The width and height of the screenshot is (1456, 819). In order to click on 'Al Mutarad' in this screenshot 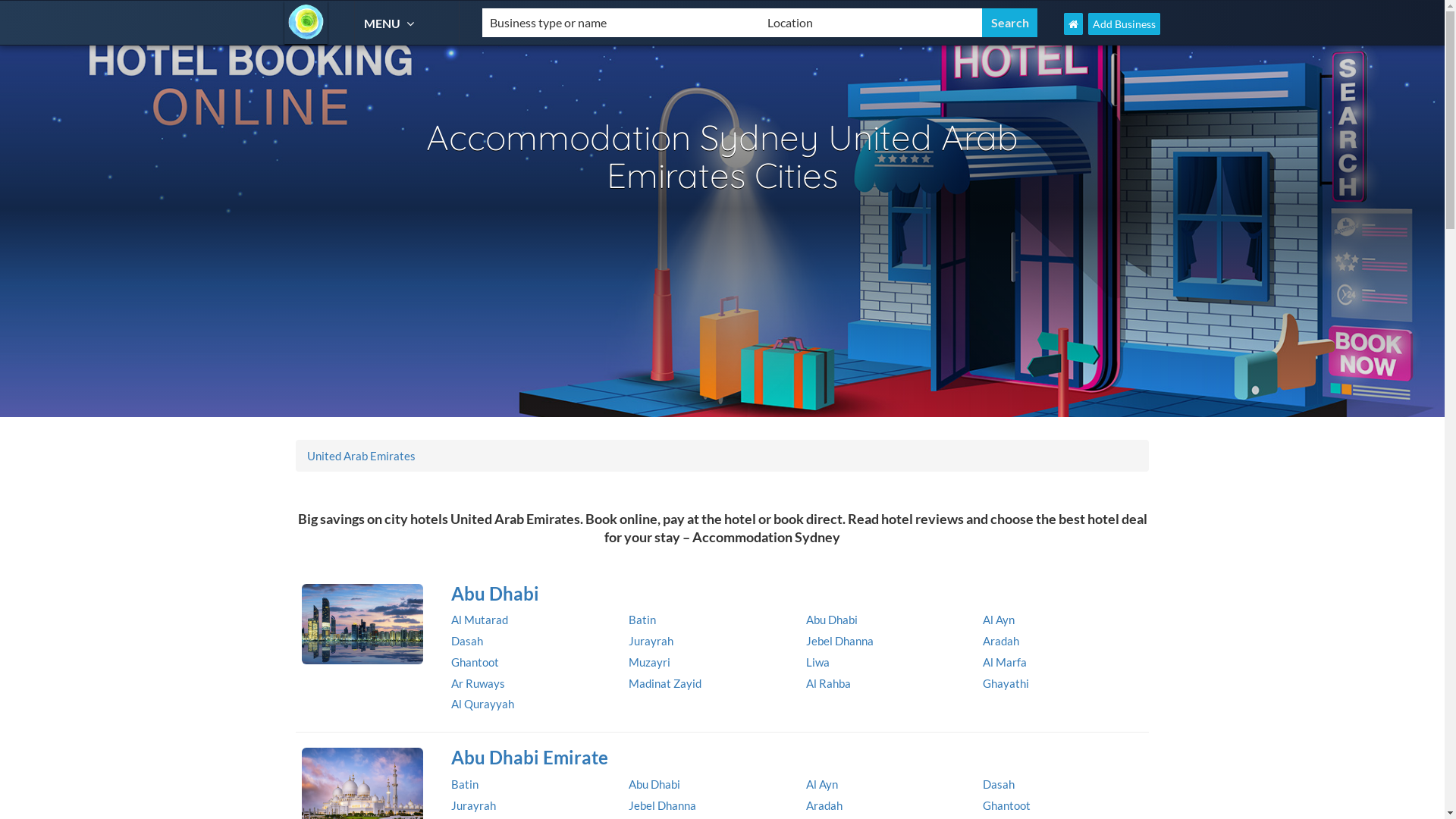, I will do `click(479, 620)`.